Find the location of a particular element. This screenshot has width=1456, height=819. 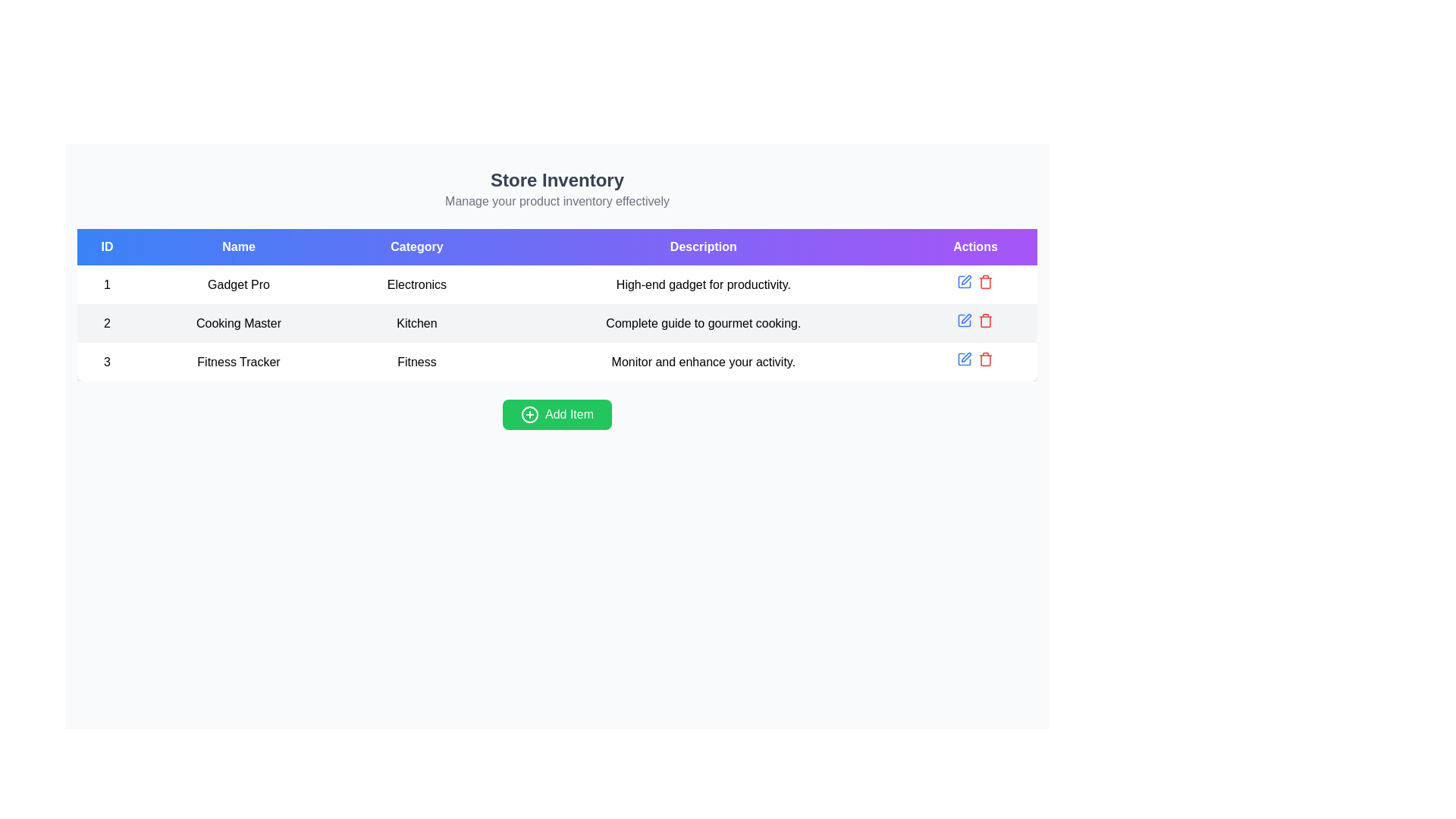

the 'Add New Item' button located directly below the inventory table is located at coordinates (556, 415).